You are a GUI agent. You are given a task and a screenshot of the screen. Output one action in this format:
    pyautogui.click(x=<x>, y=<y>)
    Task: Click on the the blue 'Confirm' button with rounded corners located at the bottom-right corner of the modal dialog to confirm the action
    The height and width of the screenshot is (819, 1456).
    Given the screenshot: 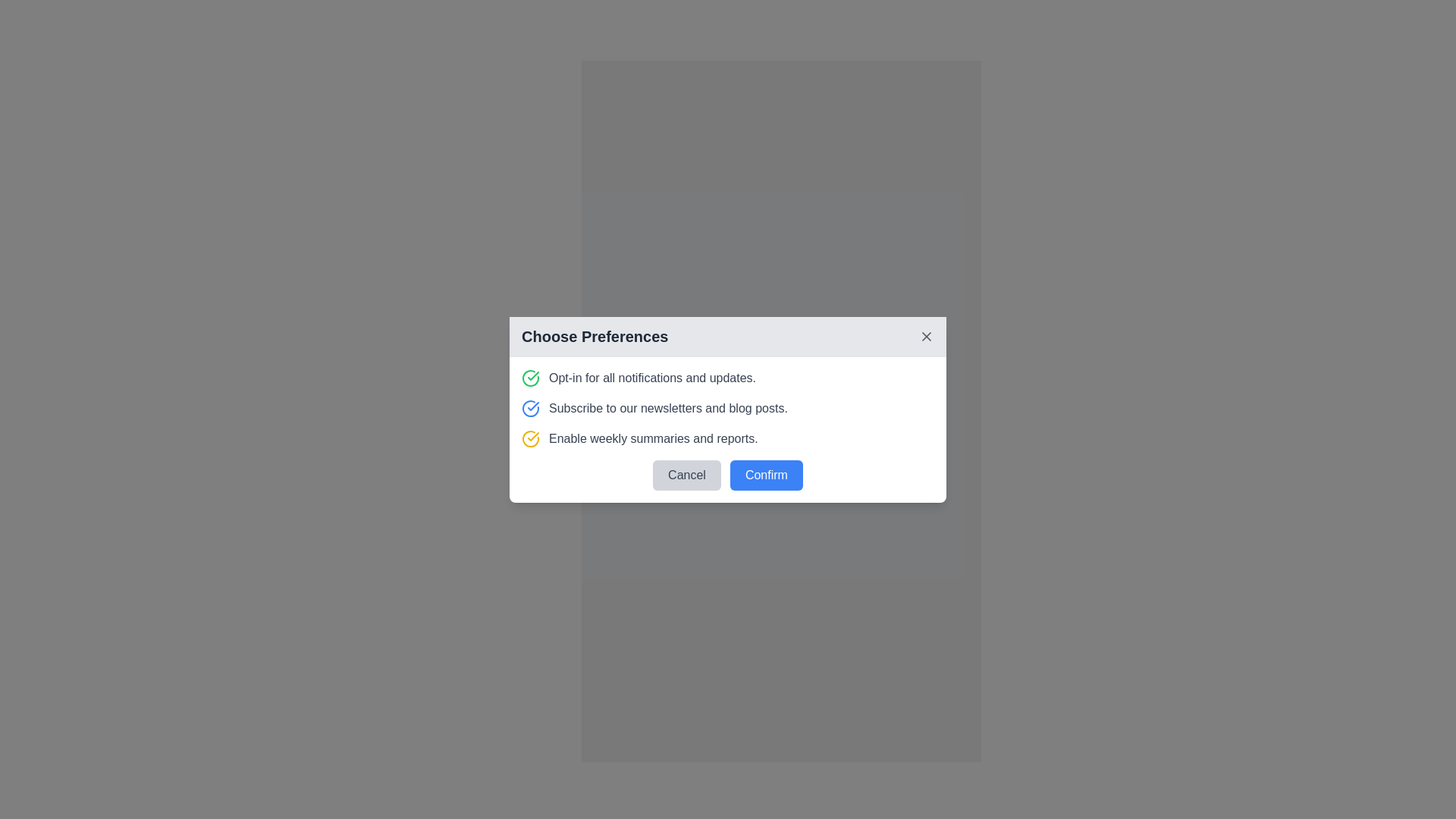 What is the action you would take?
    pyautogui.click(x=781, y=469)
    